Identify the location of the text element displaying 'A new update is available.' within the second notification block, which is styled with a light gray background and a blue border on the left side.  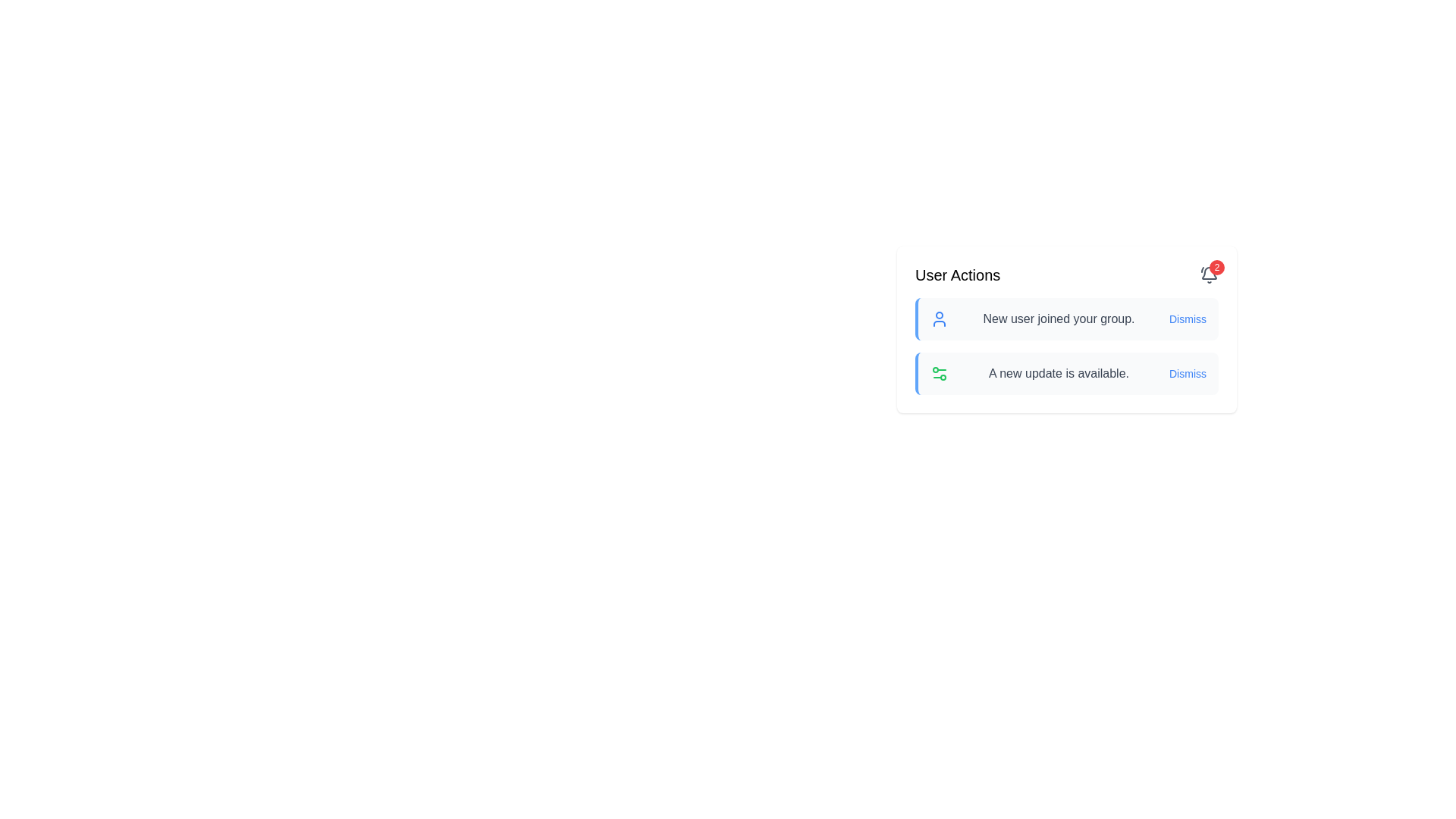
(1058, 374).